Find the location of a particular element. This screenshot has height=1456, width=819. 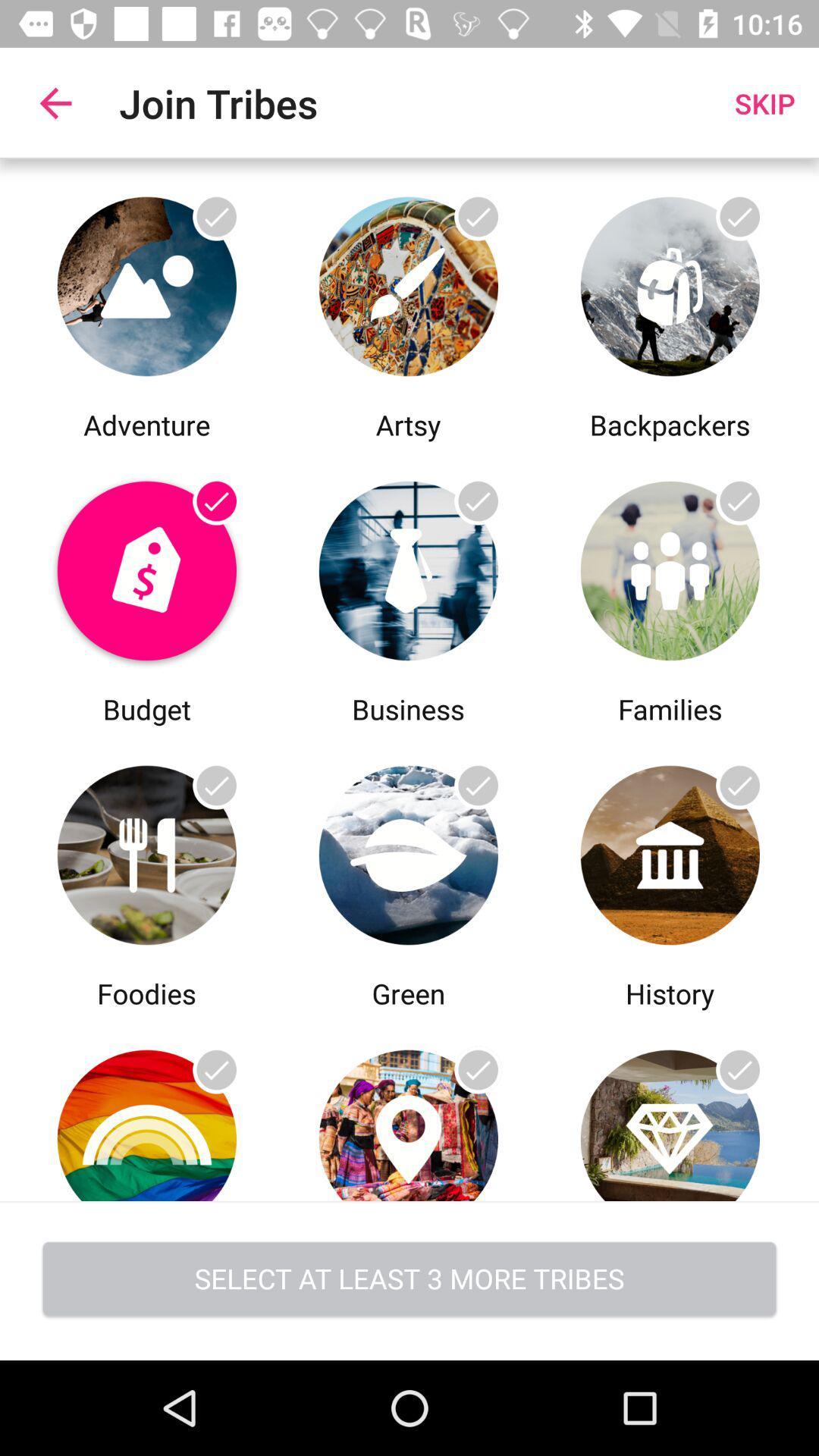

press for green is located at coordinates (407, 1106).